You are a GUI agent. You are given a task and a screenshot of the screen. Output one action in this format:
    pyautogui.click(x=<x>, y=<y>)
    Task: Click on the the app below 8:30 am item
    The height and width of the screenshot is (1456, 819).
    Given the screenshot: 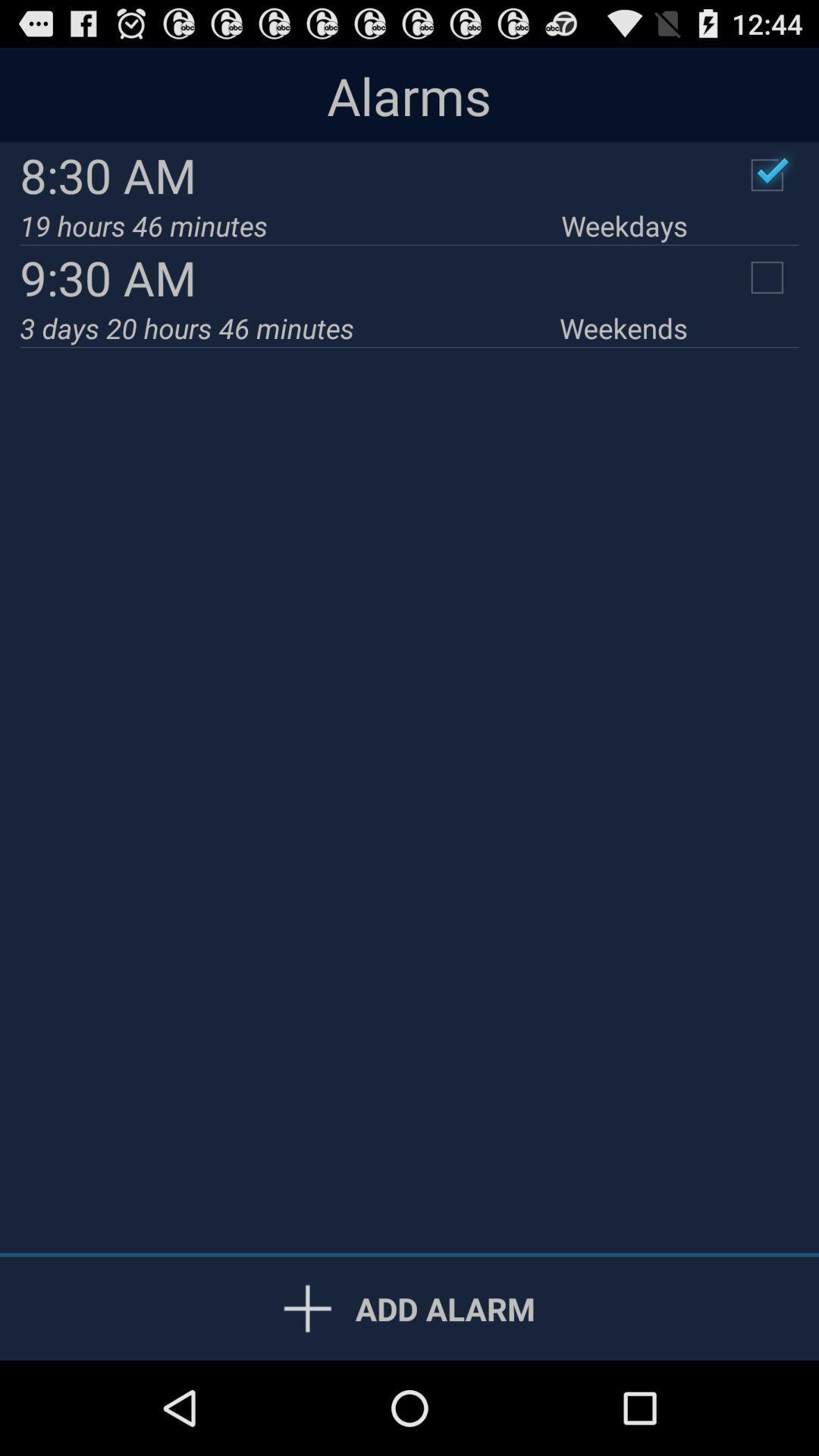 What is the action you would take?
    pyautogui.click(x=624, y=224)
    